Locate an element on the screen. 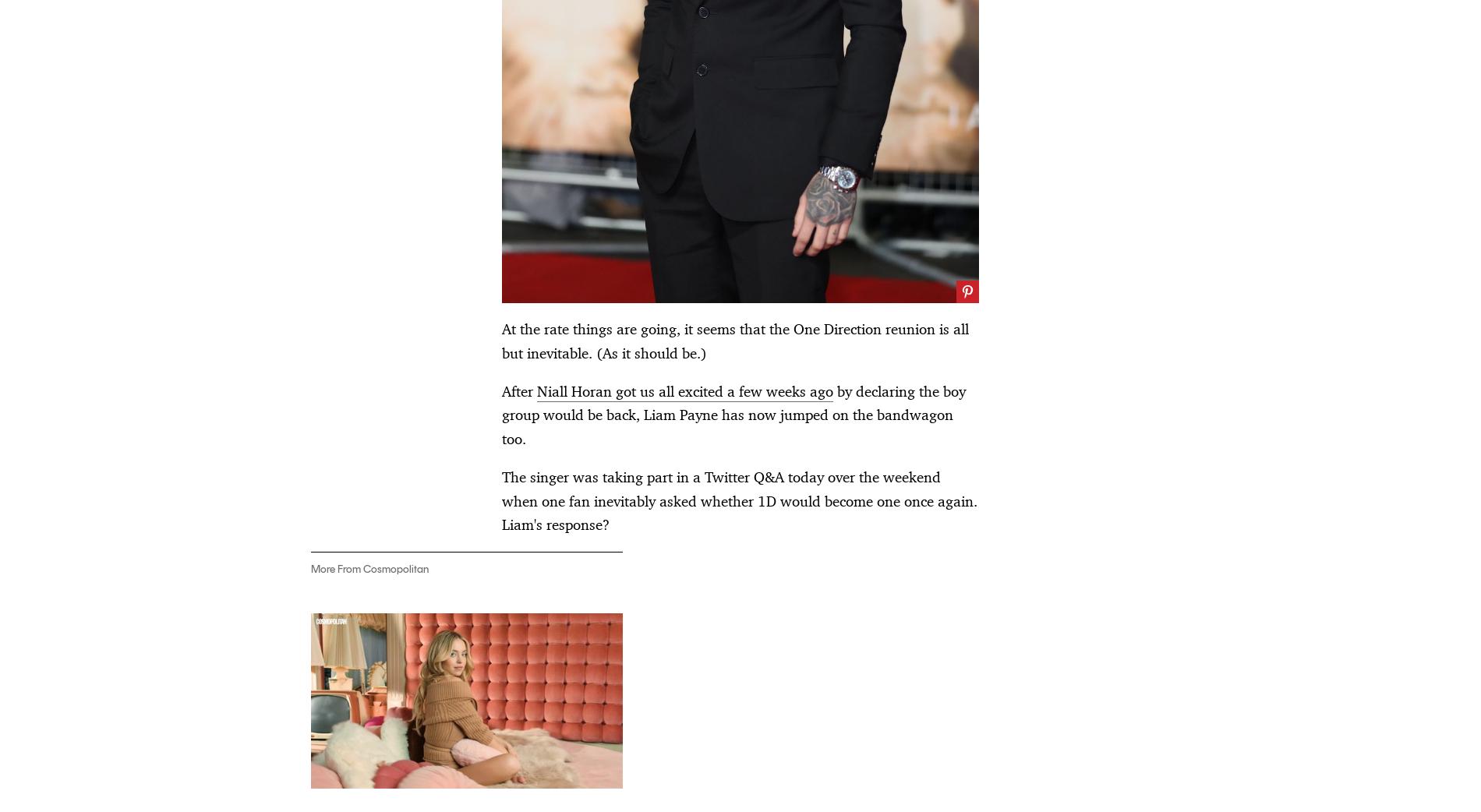 The height and width of the screenshot is (812, 1481). 'Newsletter' is located at coordinates (740, 687).